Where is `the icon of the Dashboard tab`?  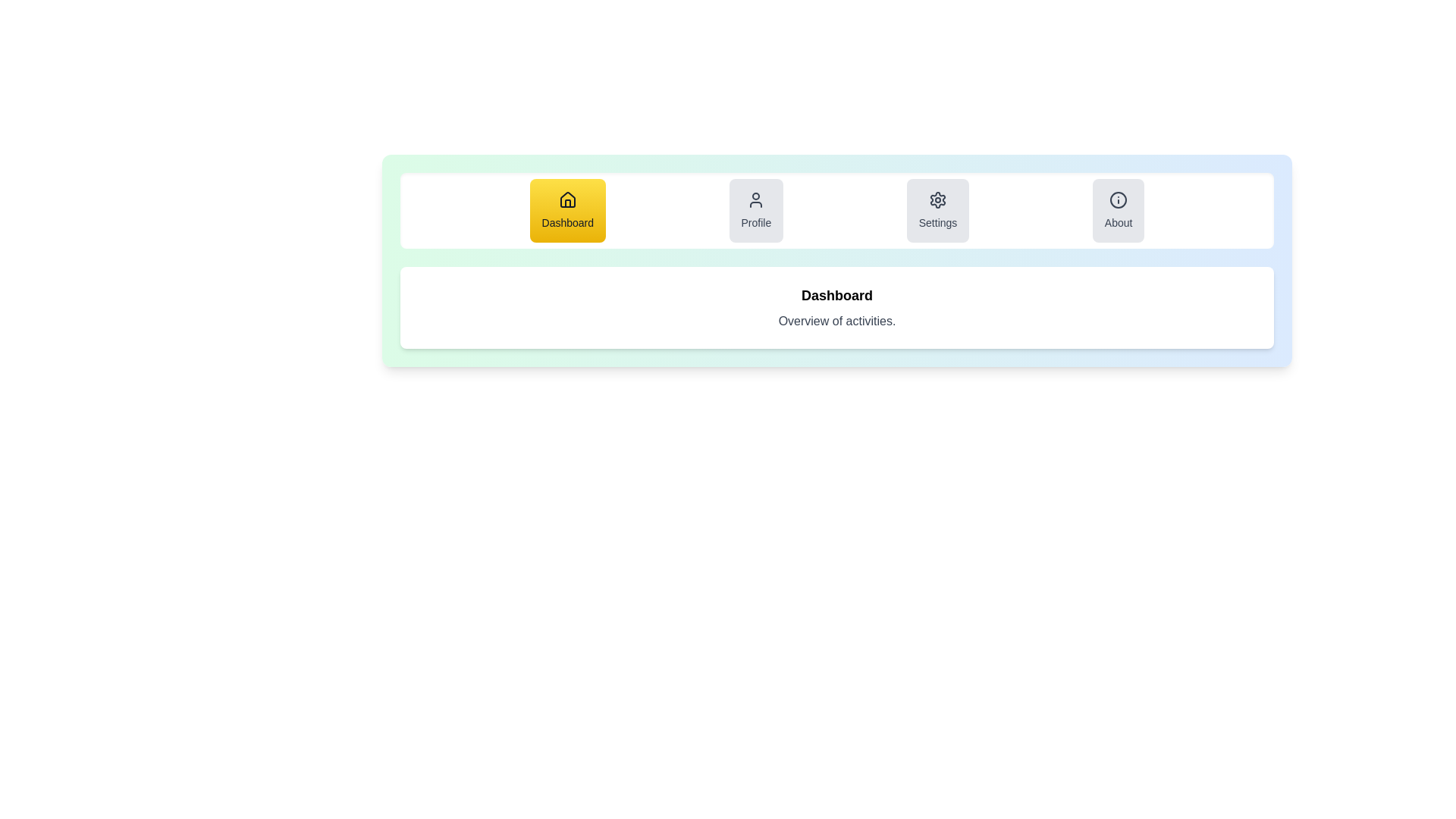 the icon of the Dashboard tab is located at coordinates (566, 199).